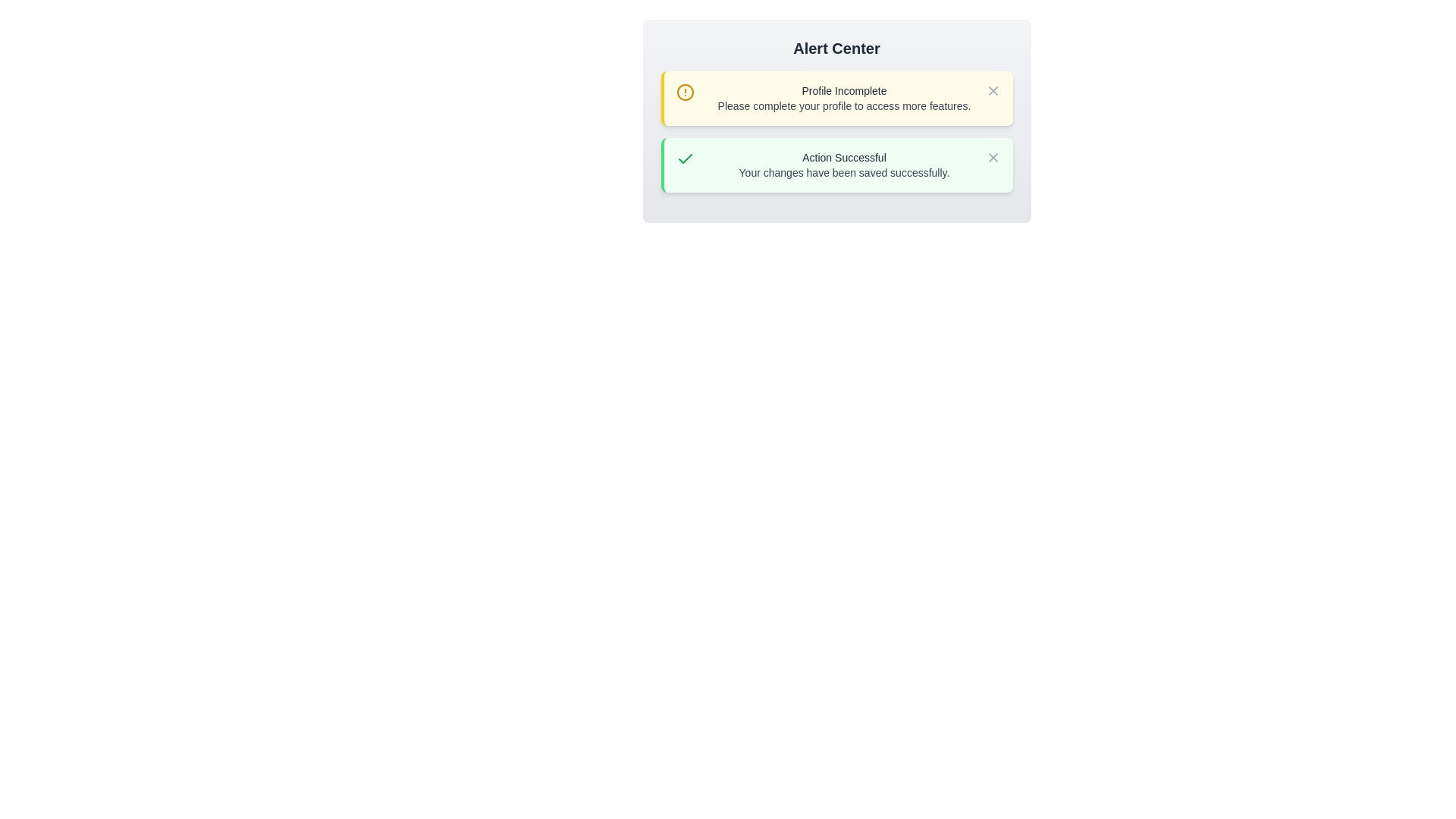 The width and height of the screenshot is (1456, 819). What do you see at coordinates (993, 90) in the screenshot?
I see `the dismiss button of the alert with title 'Profile Incomplete'` at bounding box center [993, 90].